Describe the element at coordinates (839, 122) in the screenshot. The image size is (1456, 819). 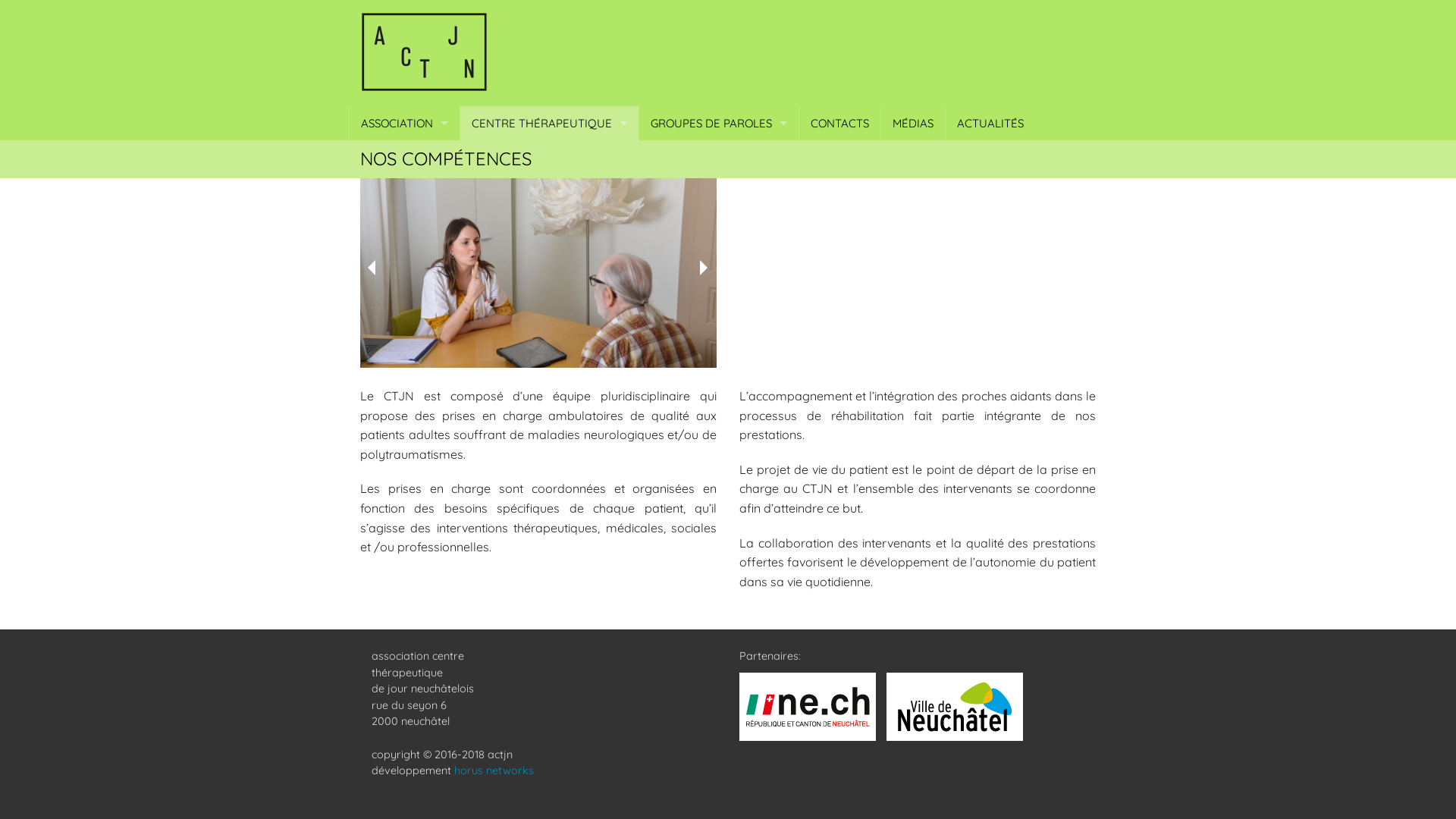
I see `'CONTACTS'` at that location.